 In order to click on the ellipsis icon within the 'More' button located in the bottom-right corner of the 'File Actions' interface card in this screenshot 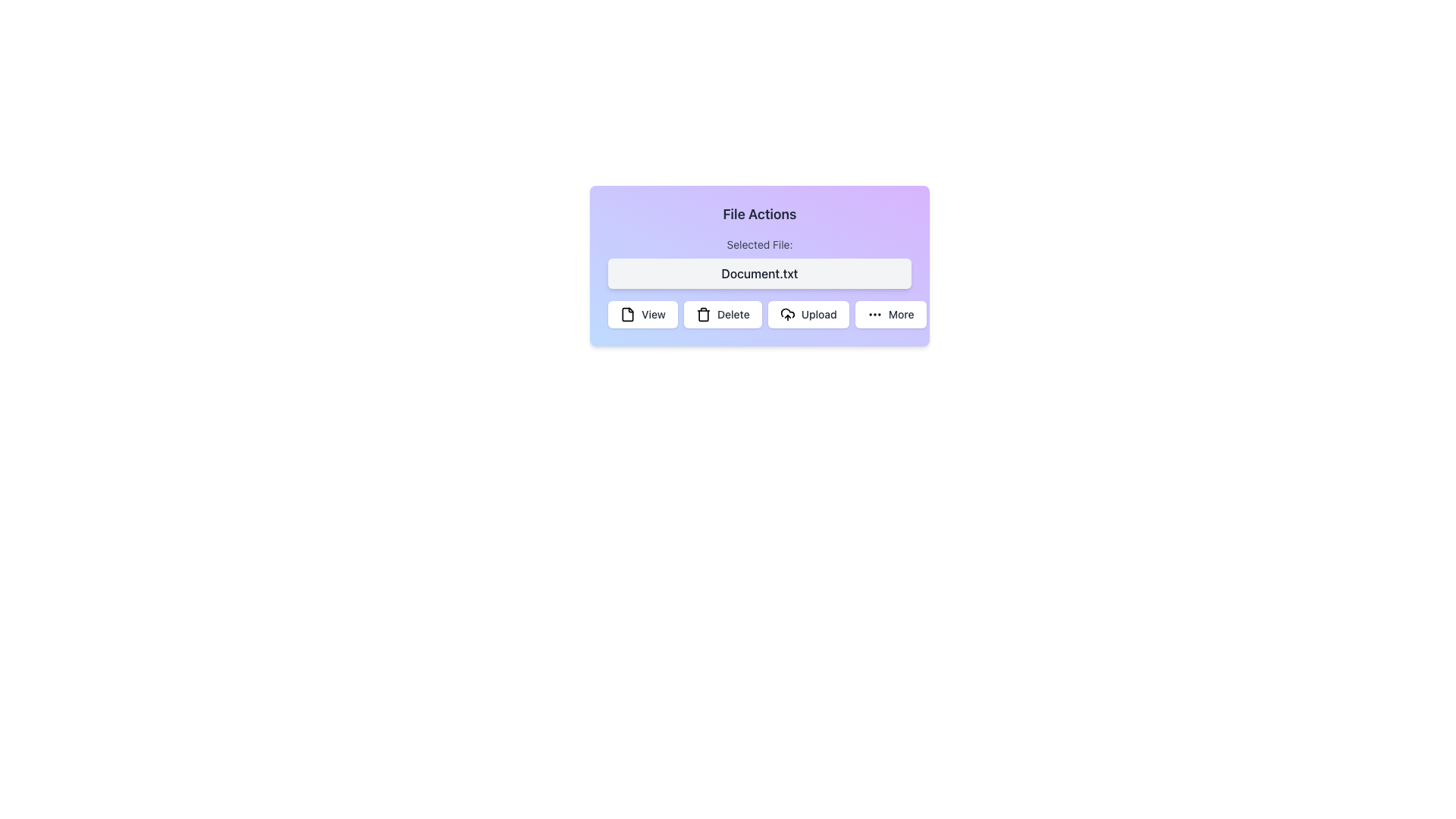, I will do `click(874, 314)`.